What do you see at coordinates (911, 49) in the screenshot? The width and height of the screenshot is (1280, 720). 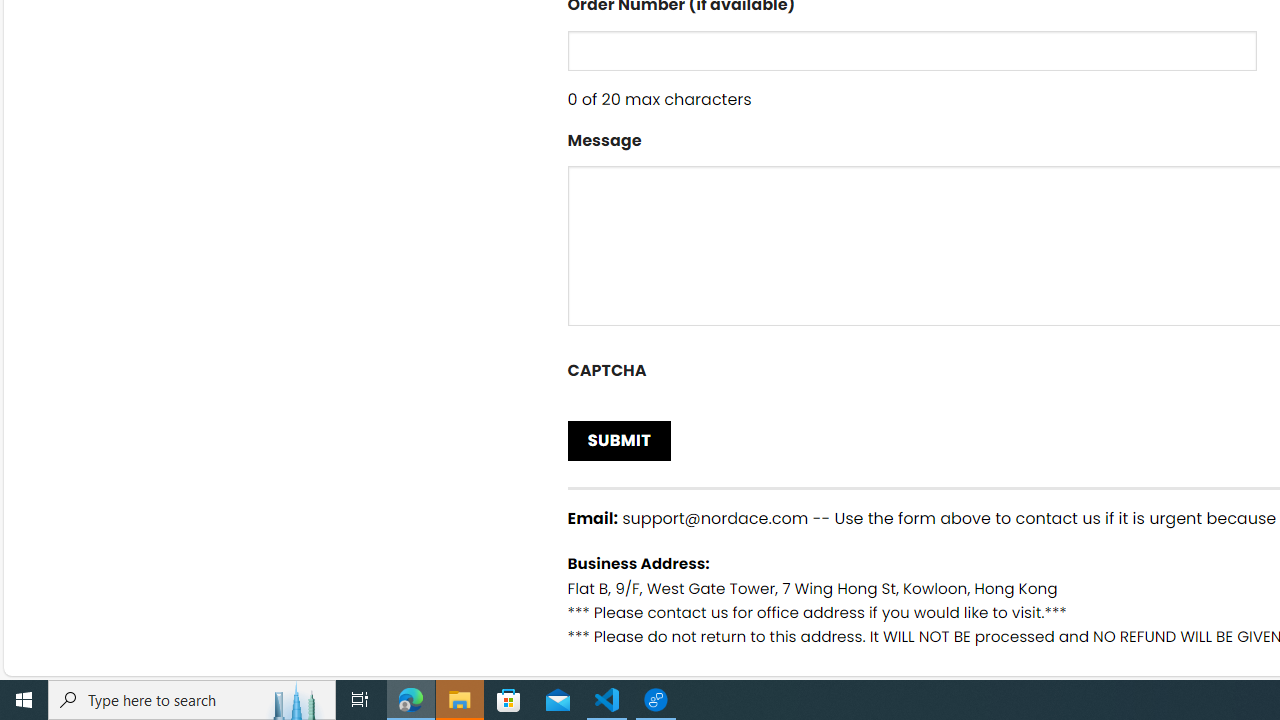 I see `'Order Number (if available)'` at bounding box center [911, 49].